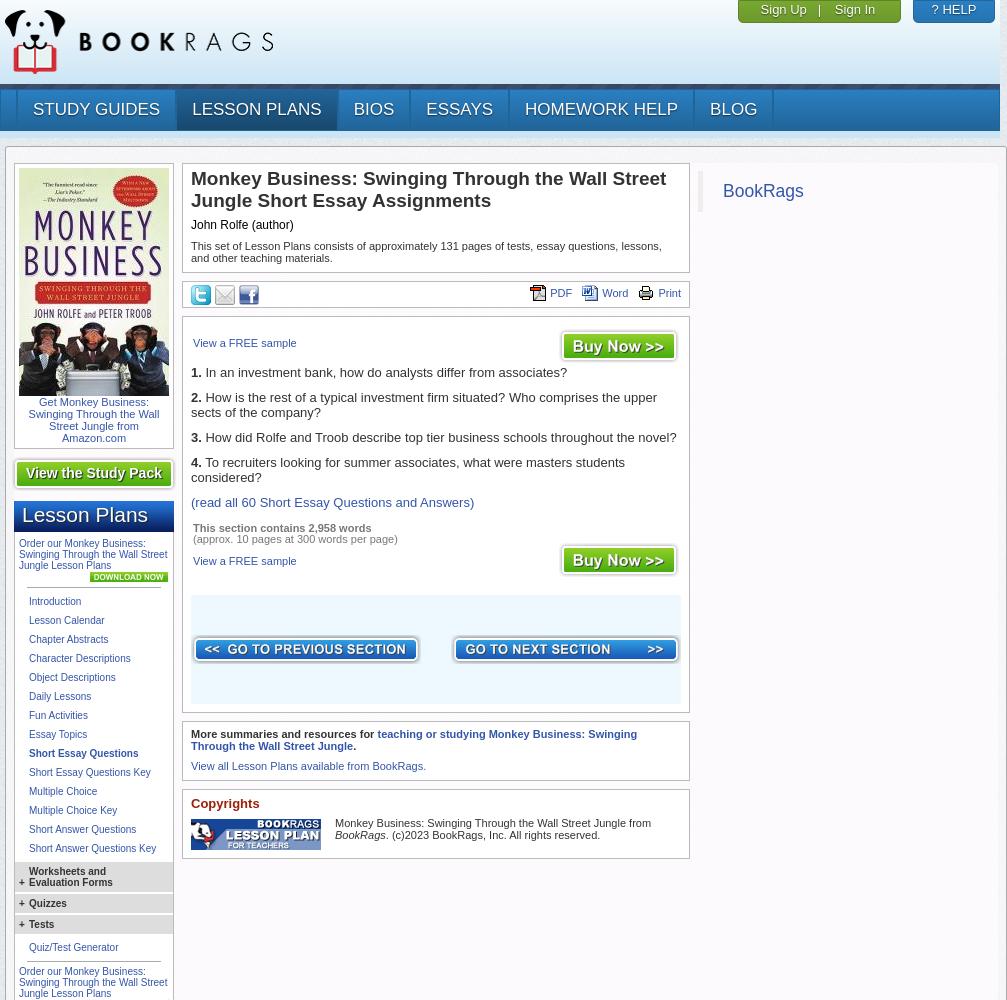 Image resolution: width=1007 pixels, height=1000 pixels. Describe the element at coordinates (424, 405) in the screenshot. I see `'How is the rest of a typical investment firm situated? Who comprises the upper sects of the company?'` at that location.